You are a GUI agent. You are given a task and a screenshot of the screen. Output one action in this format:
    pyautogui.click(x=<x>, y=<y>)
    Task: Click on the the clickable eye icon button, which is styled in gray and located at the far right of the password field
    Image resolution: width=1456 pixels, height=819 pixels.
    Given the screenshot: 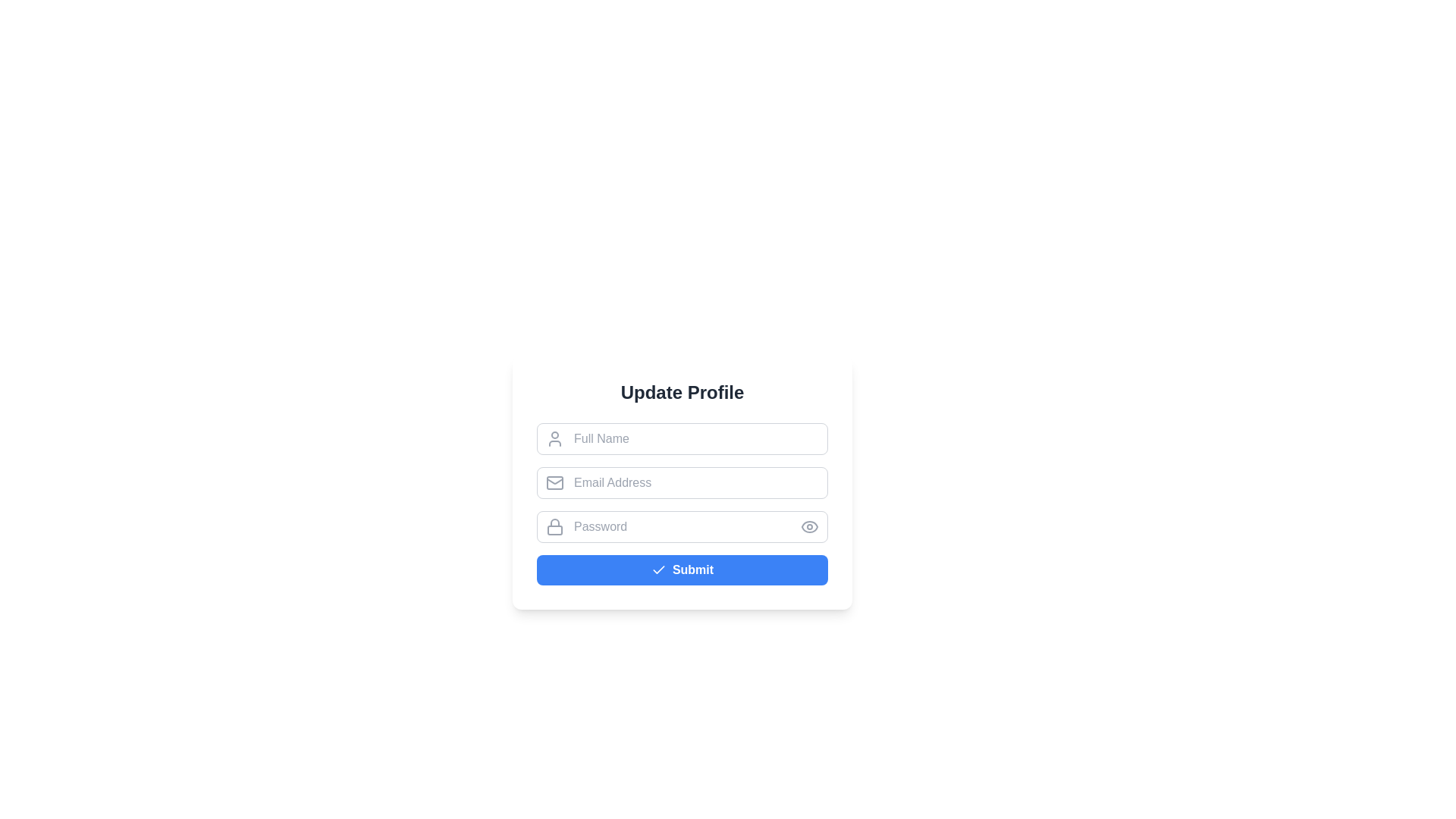 What is the action you would take?
    pyautogui.click(x=809, y=526)
    